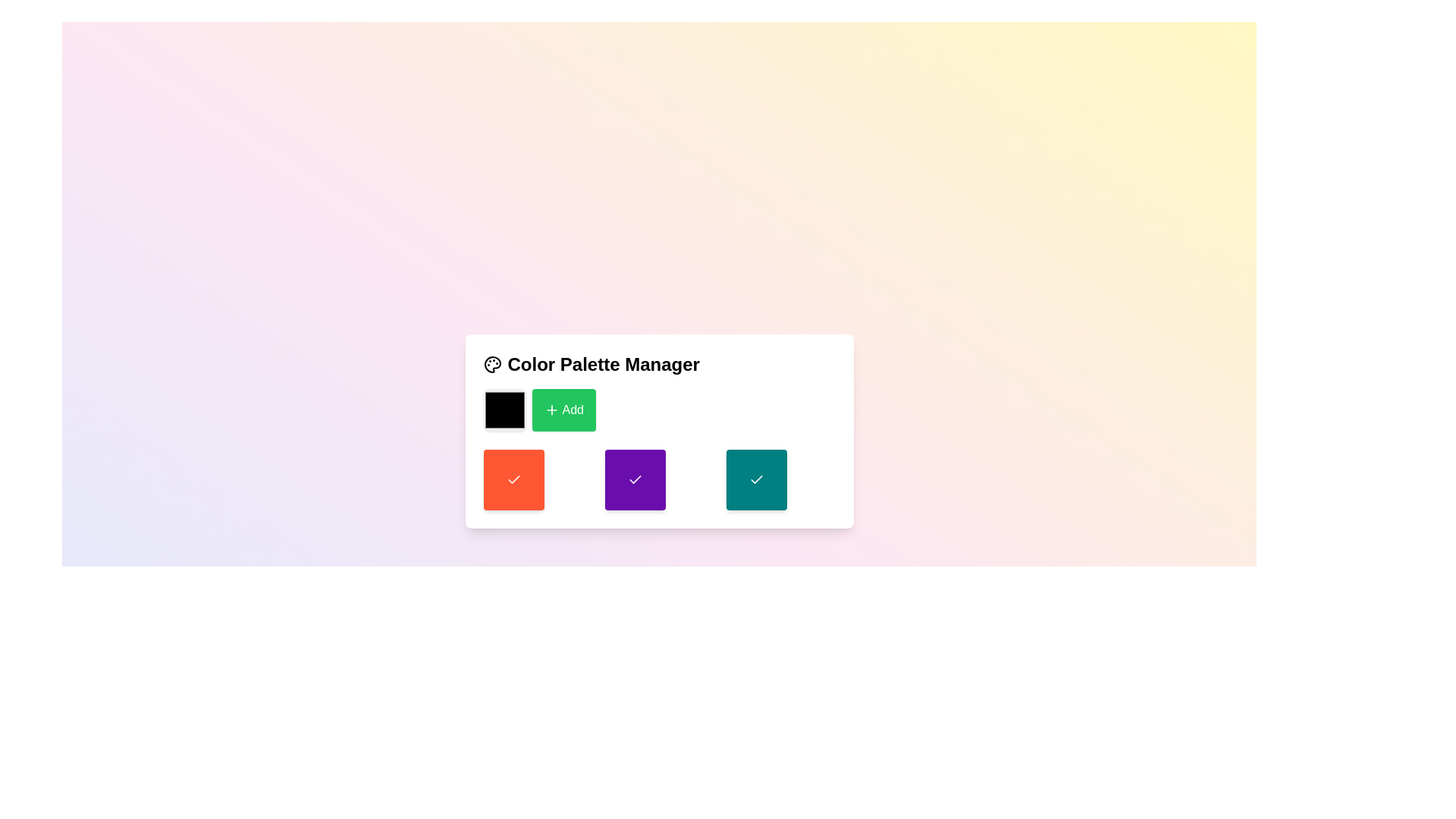 Image resolution: width=1456 pixels, height=819 pixels. Describe the element at coordinates (635, 479) in the screenshot. I see `the checkmark icon within the purple square located in the second square color box of the bottom row in the 'Color Palette Manager' card` at that location.